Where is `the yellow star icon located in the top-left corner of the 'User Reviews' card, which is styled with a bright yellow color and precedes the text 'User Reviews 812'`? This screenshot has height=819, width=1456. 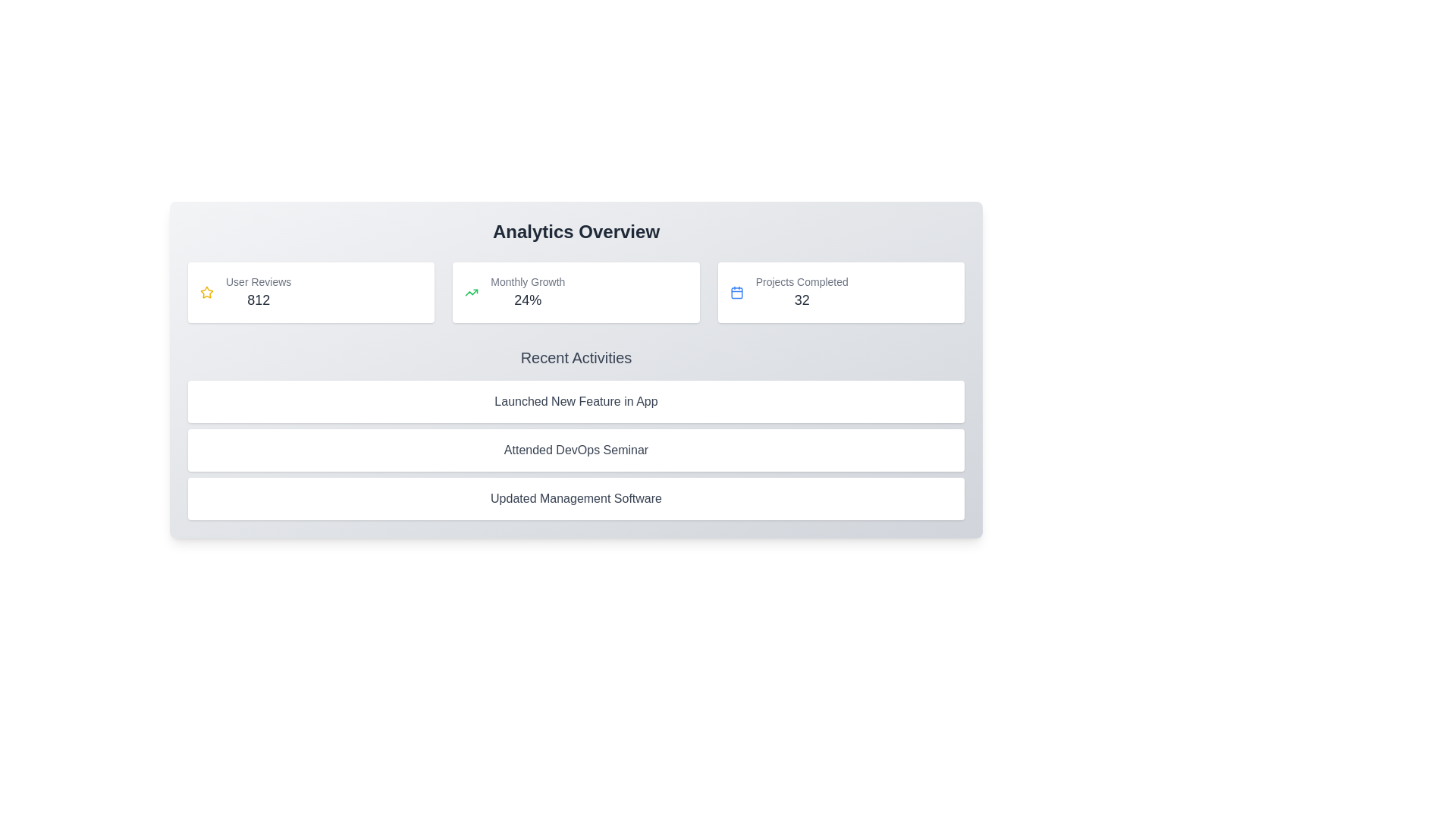 the yellow star icon located in the top-left corner of the 'User Reviews' card, which is styled with a bright yellow color and precedes the text 'User Reviews 812' is located at coordinates (206, 292).